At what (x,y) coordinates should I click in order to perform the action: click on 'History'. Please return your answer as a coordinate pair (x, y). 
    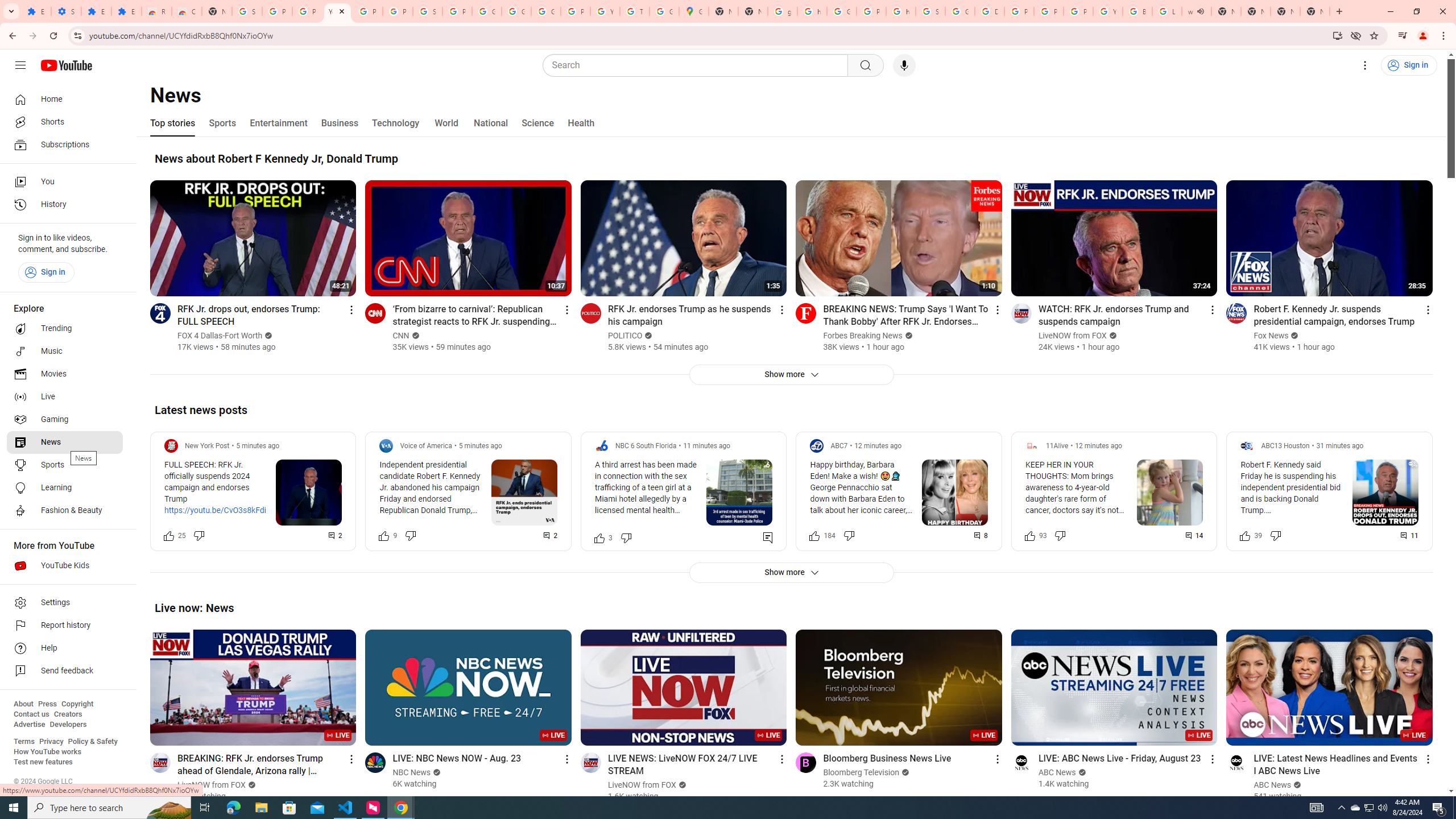
    Looking at the image, I should click on (64, 205).